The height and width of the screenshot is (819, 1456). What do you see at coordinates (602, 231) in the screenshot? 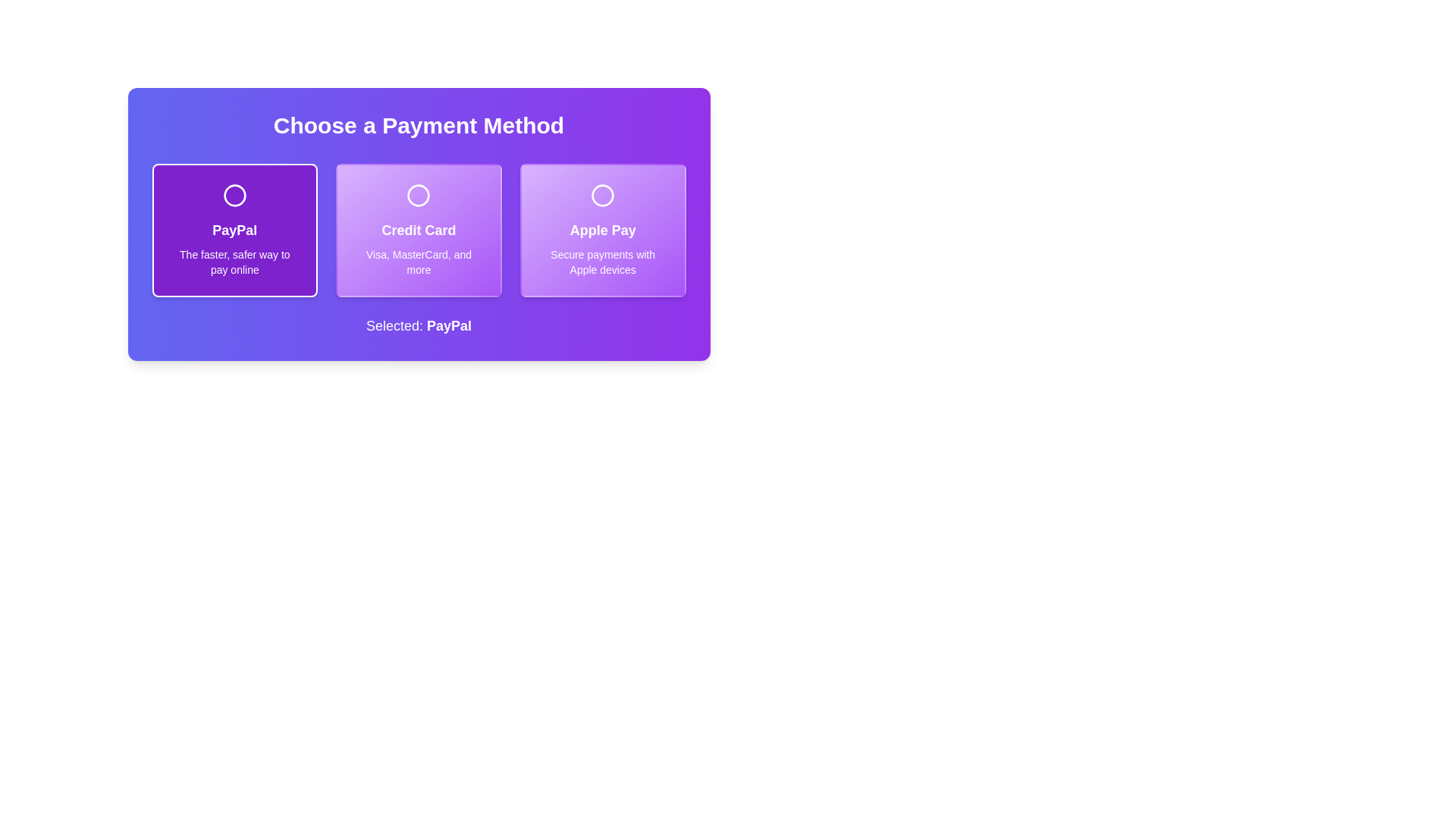
I see `the Apple Pay button, which is the third selectable payment method option` at bounding box center [602, 231].